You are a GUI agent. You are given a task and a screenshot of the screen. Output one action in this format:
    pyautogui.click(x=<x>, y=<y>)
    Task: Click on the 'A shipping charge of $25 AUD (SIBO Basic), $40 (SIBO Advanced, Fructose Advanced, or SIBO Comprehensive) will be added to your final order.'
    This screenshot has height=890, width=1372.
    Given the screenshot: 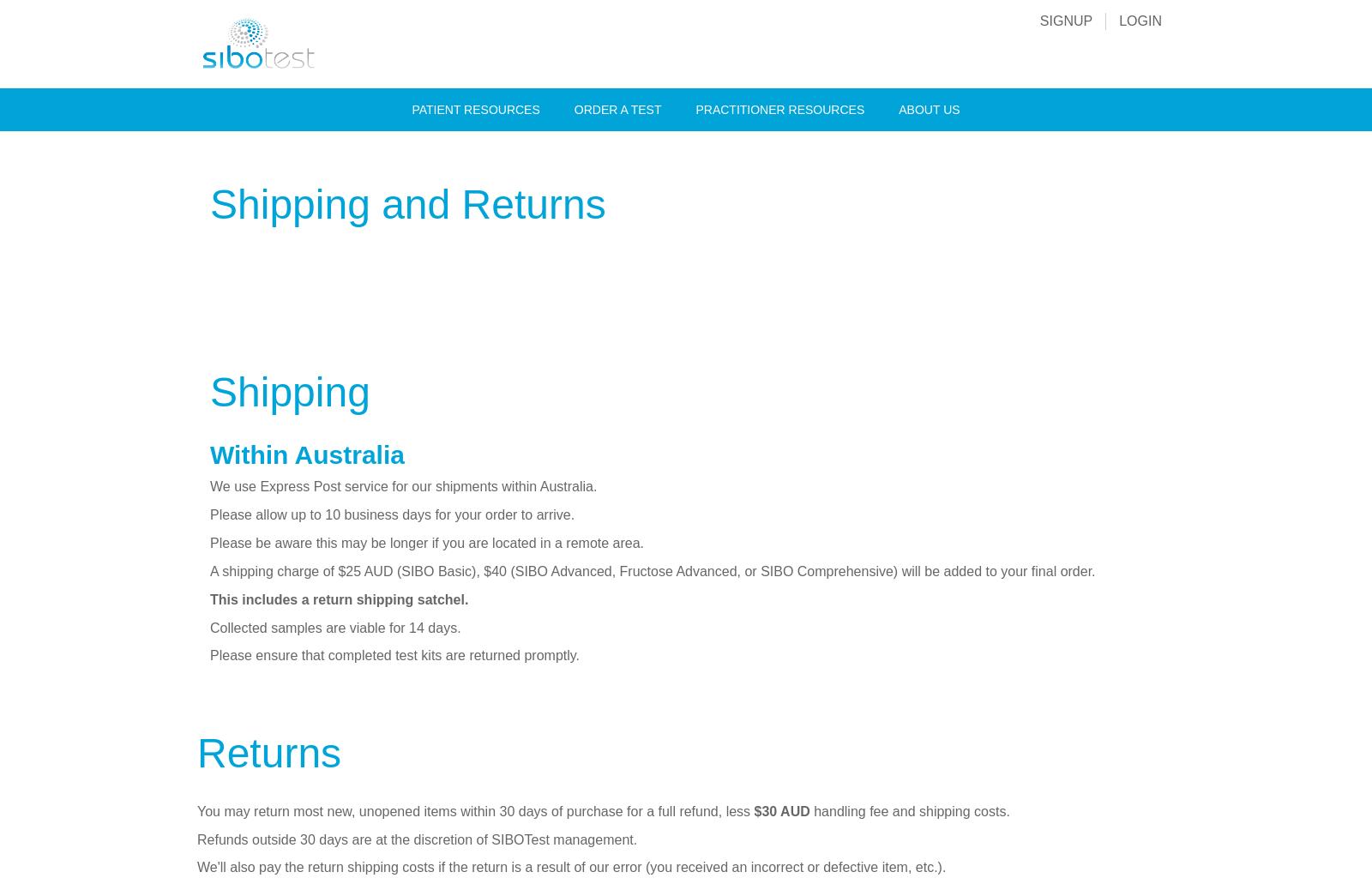 What is the action you would take?
    pyautogui.click(x=652, y=569)
    